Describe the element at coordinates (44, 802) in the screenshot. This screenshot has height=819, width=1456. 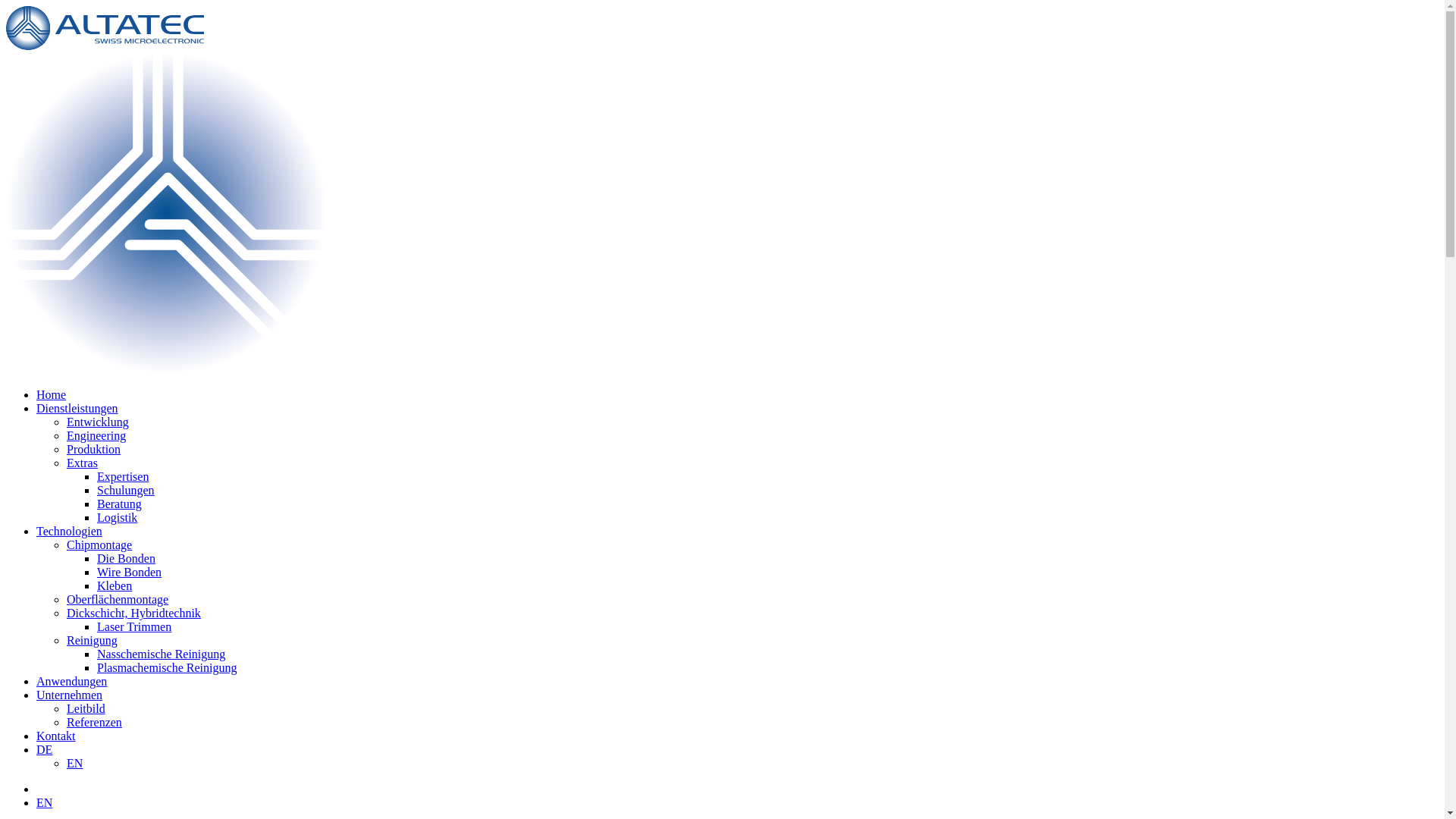
I see `'EN'` at that location.